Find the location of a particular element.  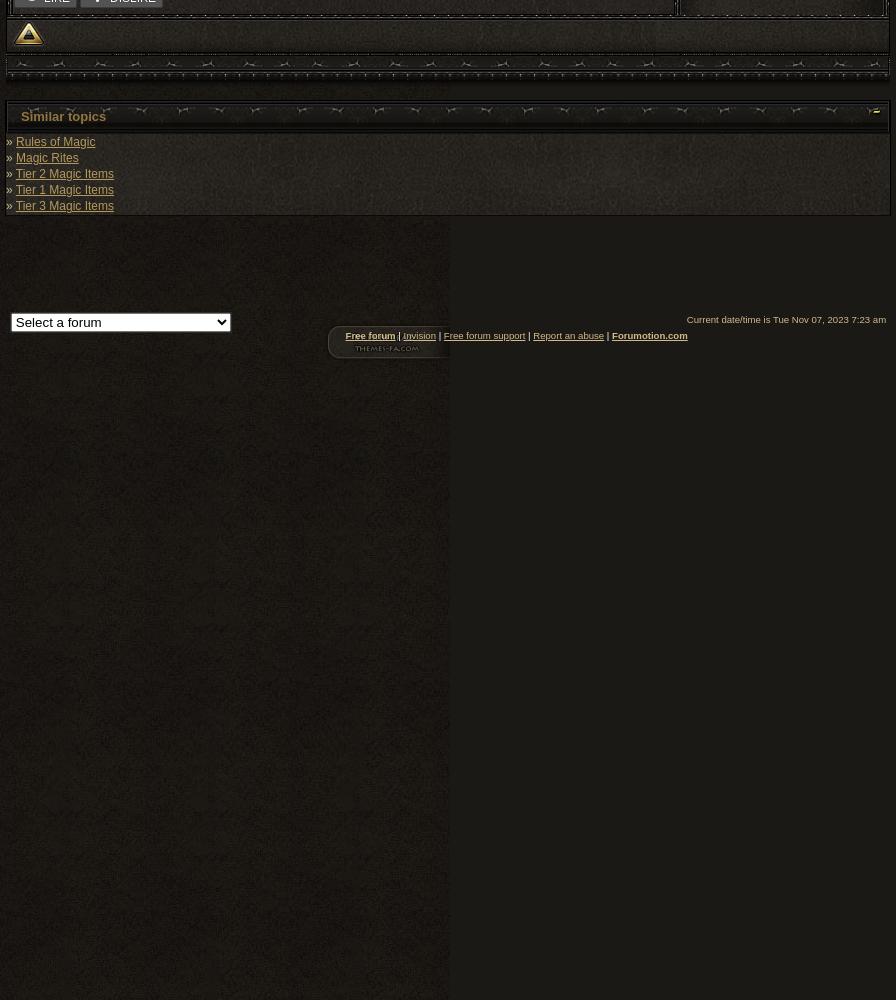

'Report an abuse' is located at coordinates (533, 333).